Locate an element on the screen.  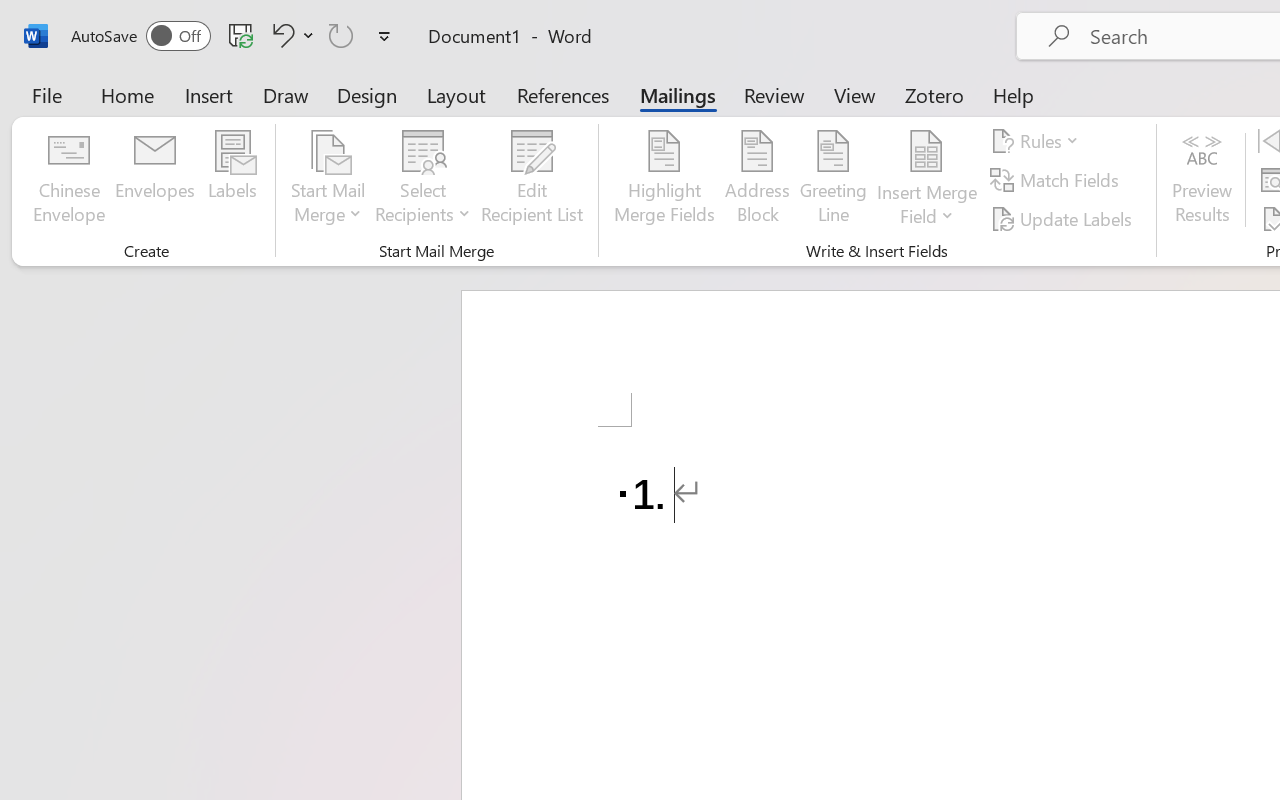
'Undo Number Default' is located at coordinates (279, 34).